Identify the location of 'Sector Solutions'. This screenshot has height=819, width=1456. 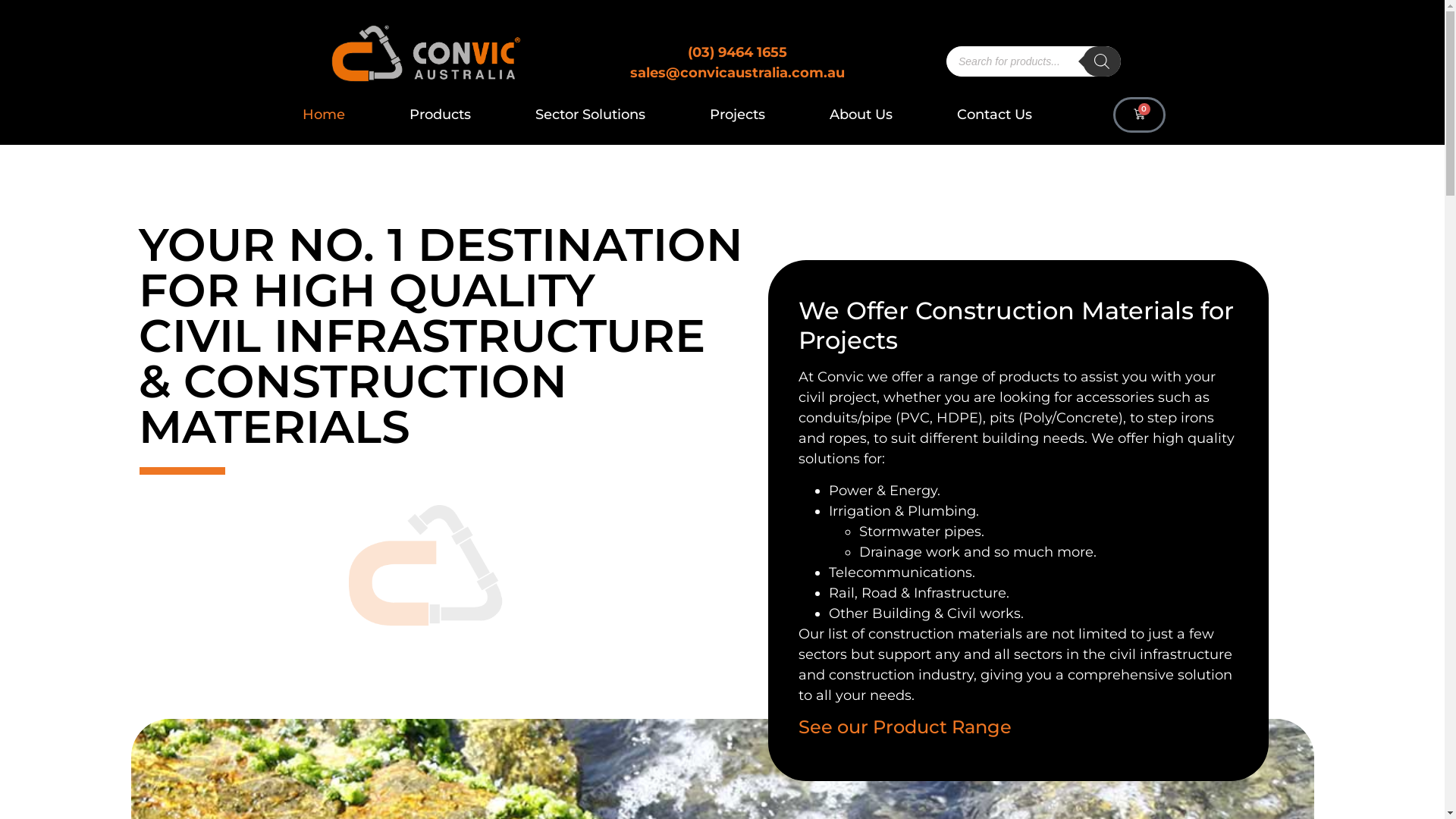
(589, 113).